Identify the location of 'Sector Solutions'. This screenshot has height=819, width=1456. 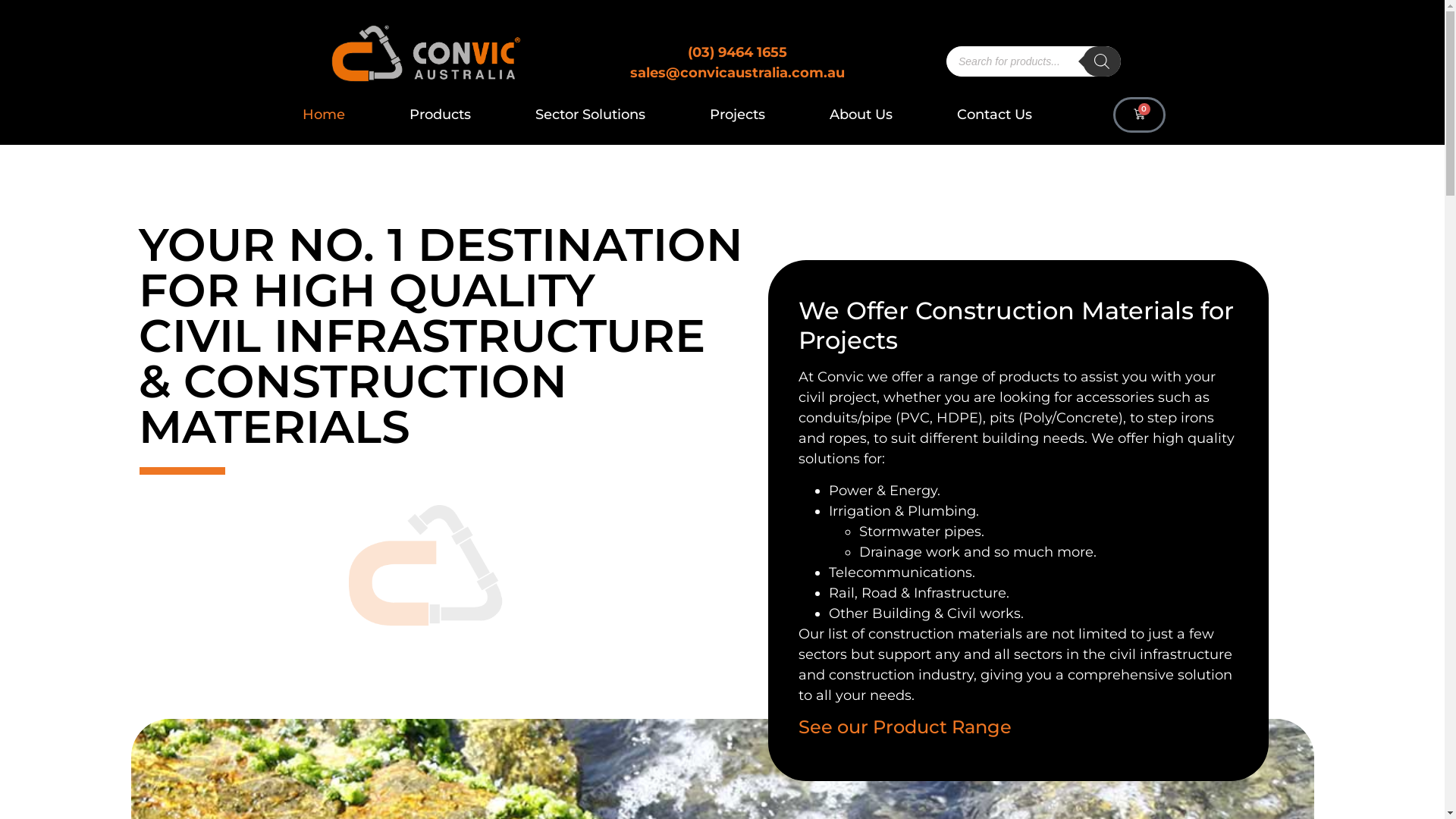
(589, 113).